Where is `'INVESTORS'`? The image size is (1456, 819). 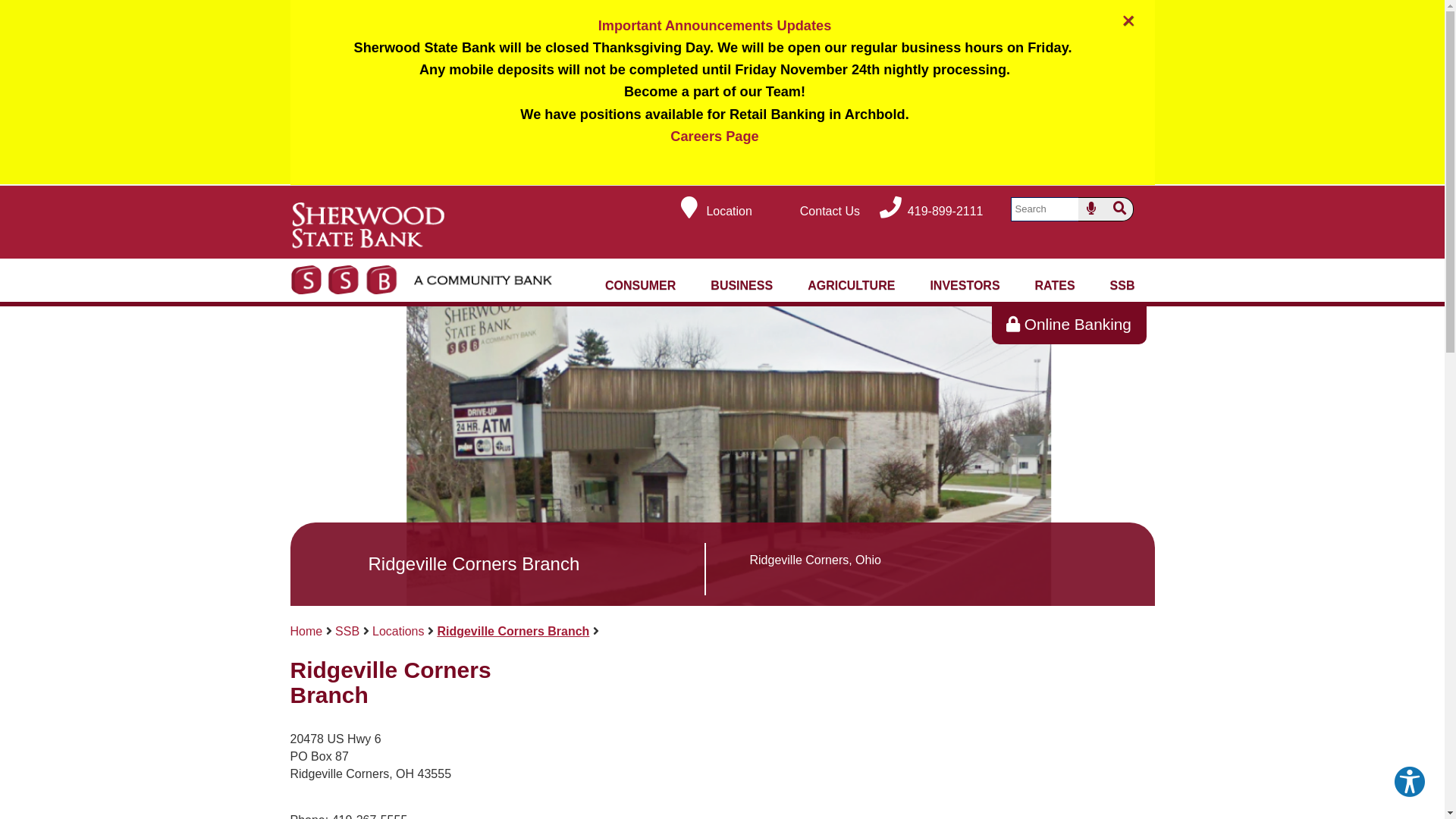
'INVESTORS' is located at coordinates (964, 286).